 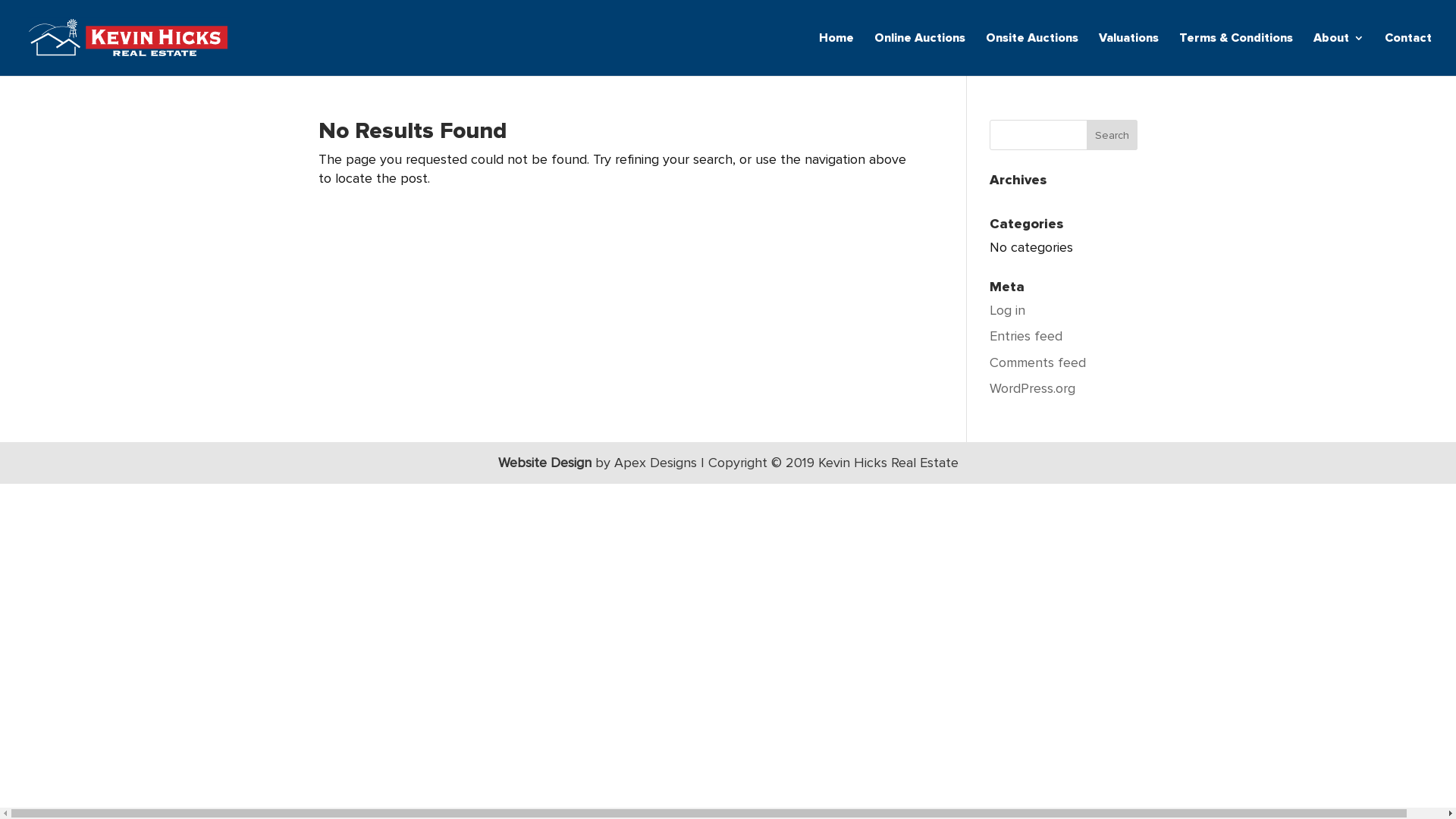 What do you see at coordinates (1037, 362) in the screenshot?
I see `'Comments feed'` at bounding box center [1037, 362].